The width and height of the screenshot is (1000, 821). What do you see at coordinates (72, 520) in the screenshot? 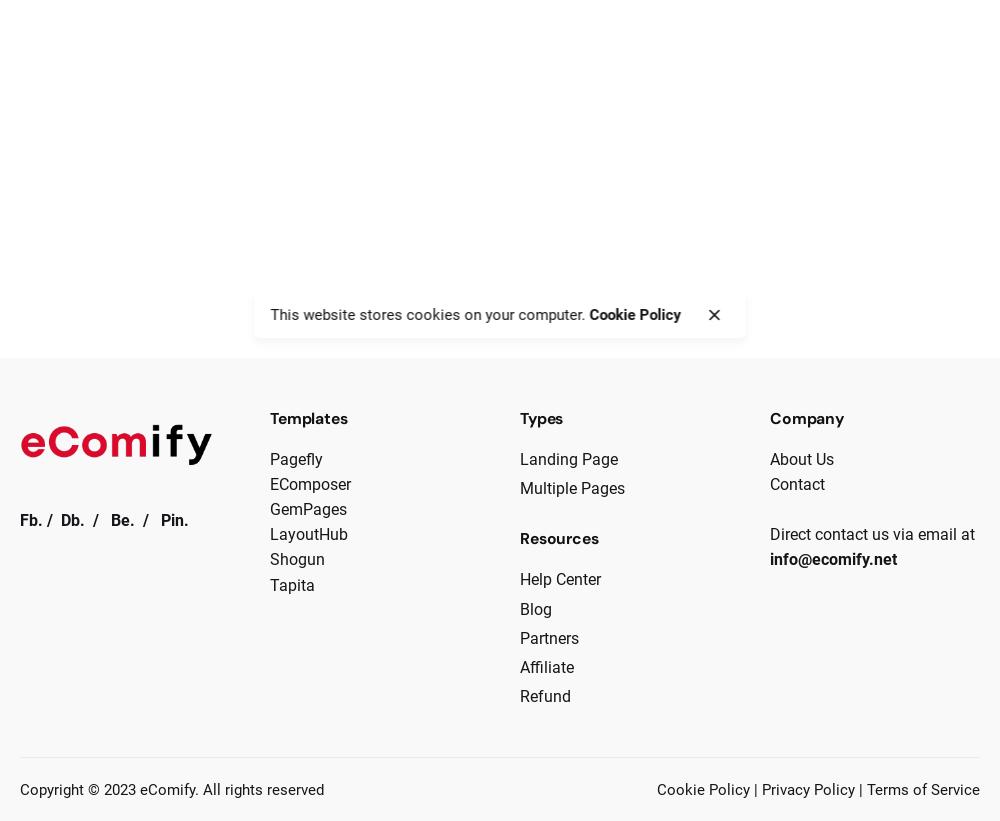
I see `'Db.'` at bounding box center [72, 520].